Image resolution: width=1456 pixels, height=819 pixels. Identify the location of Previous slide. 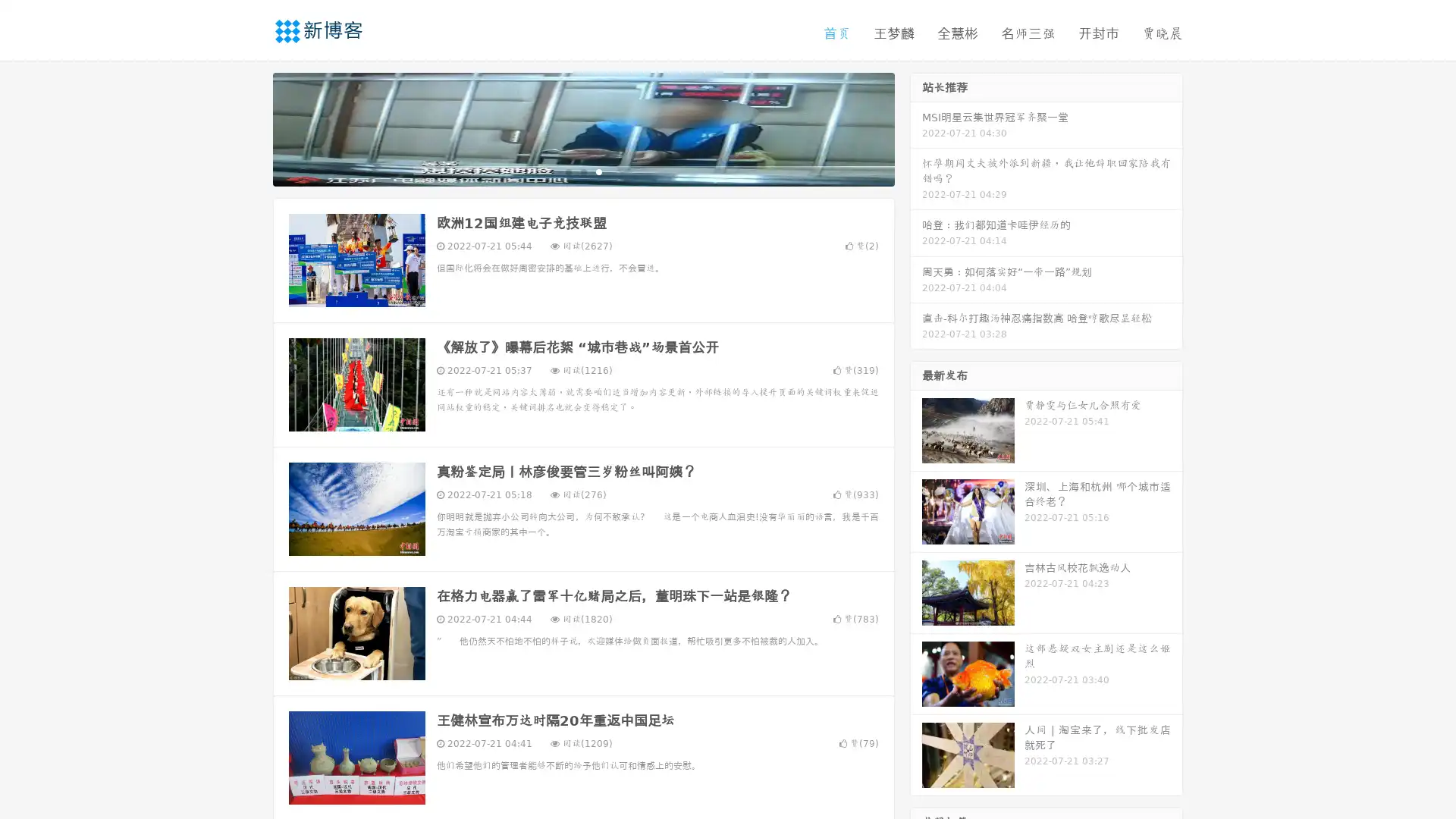
(250, 127).